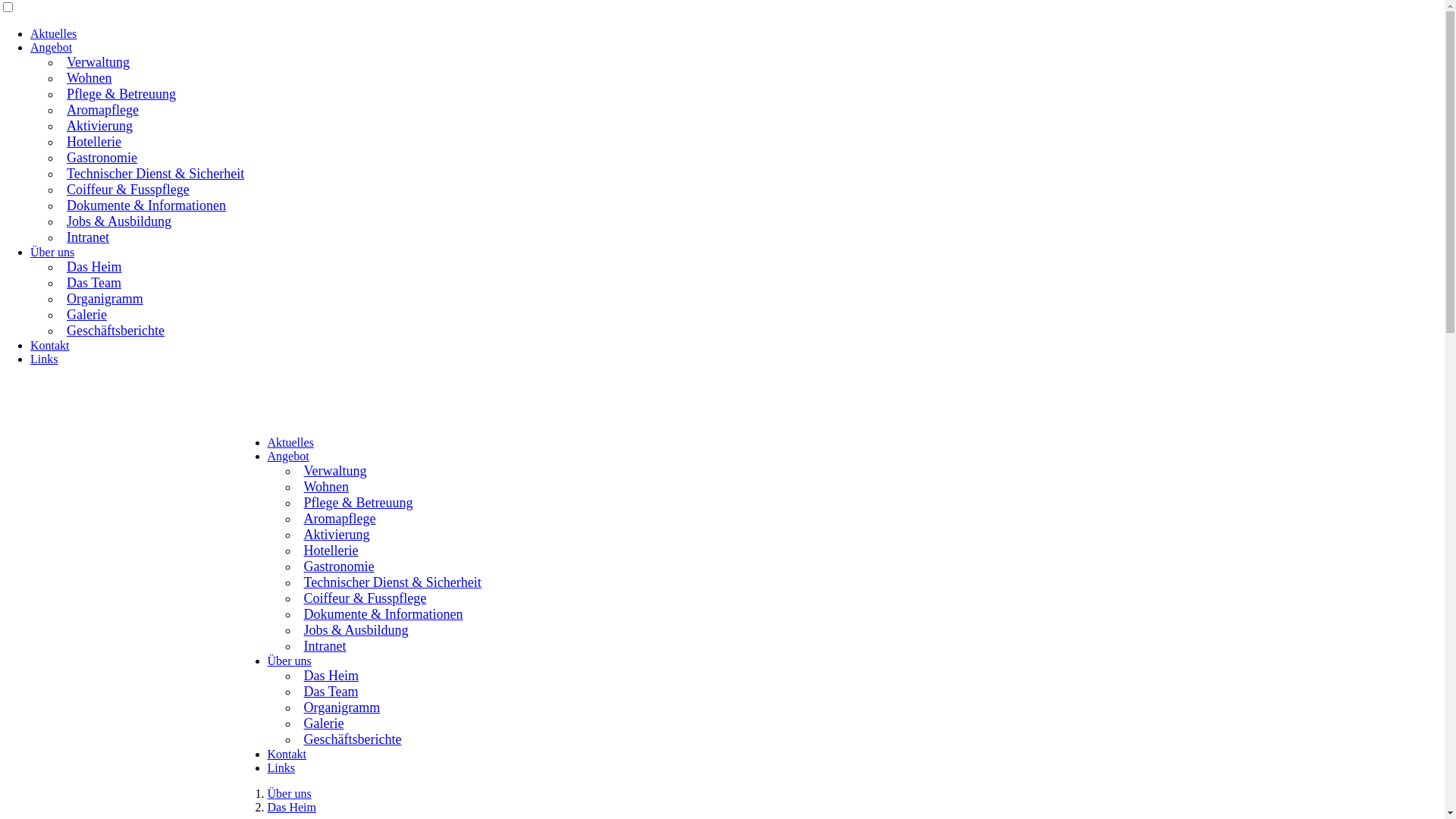 This screenshot has height=819, width=1456. Describe the element at coordinates (30, 345) in the screenshot. I see `'Kontakt'` at that location.